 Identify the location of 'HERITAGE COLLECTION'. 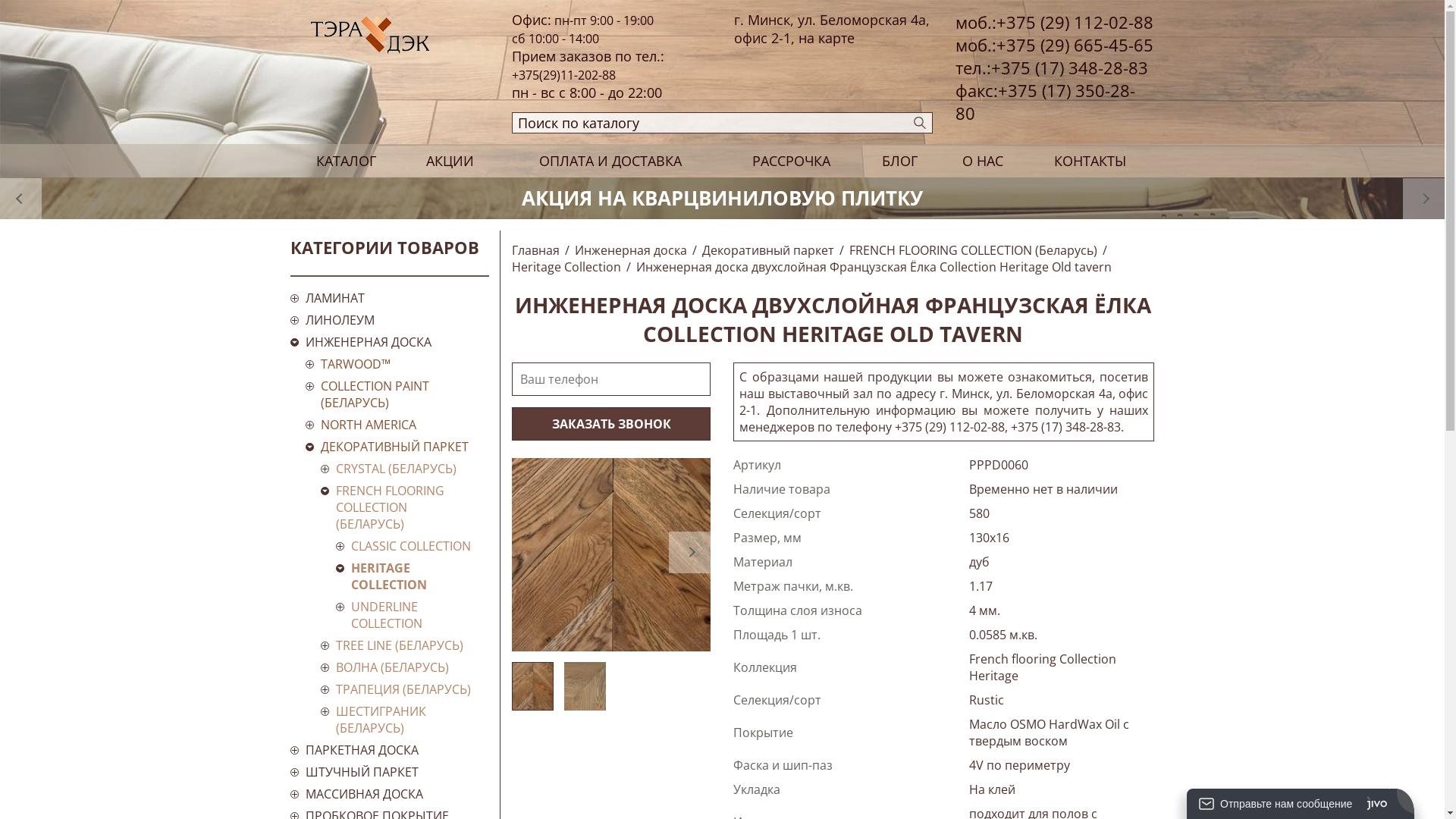
(349, 576).